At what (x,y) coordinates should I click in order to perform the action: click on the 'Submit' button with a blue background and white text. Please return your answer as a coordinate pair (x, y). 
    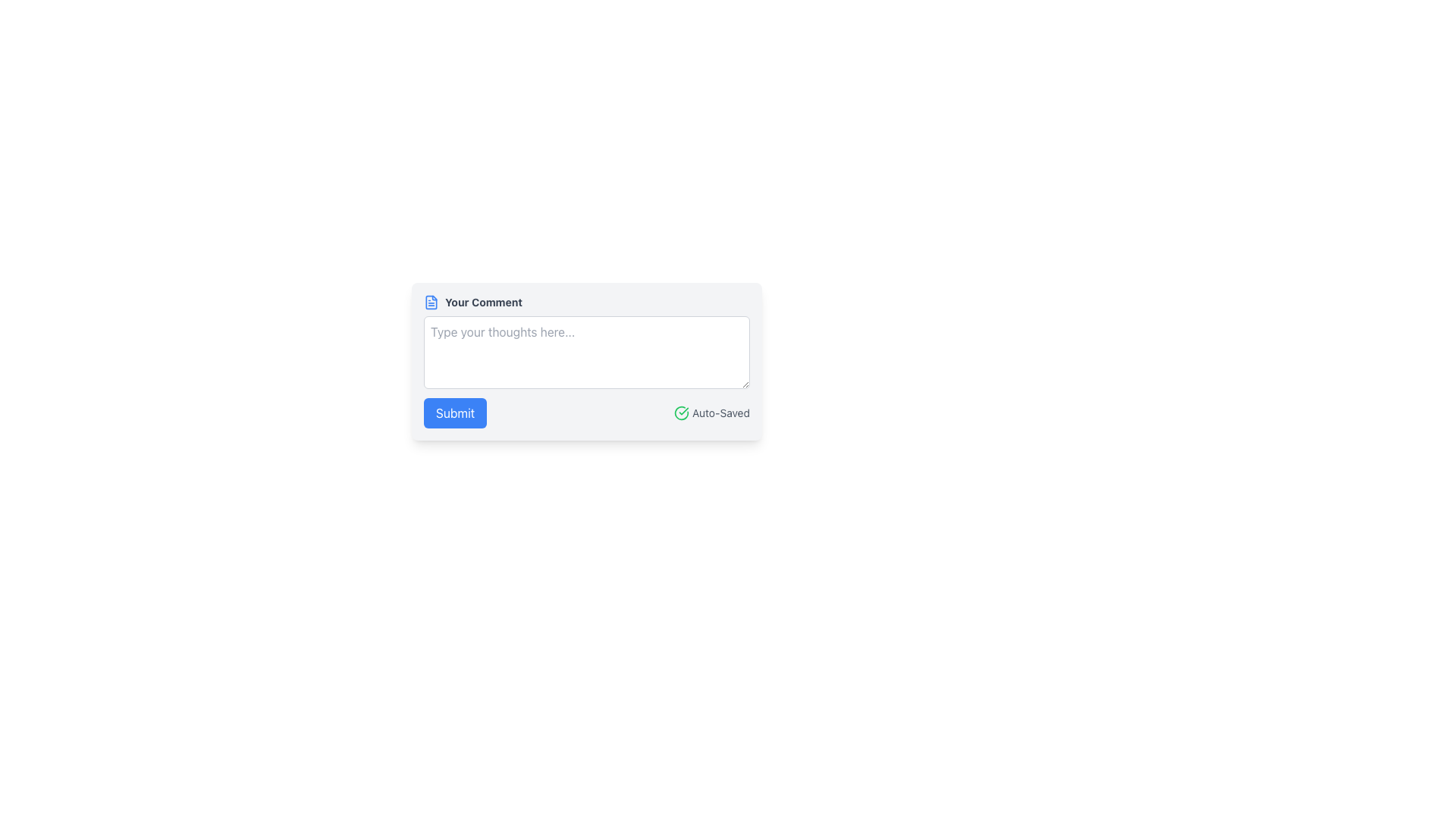
    Looking at the image, I should click on (454, 413).